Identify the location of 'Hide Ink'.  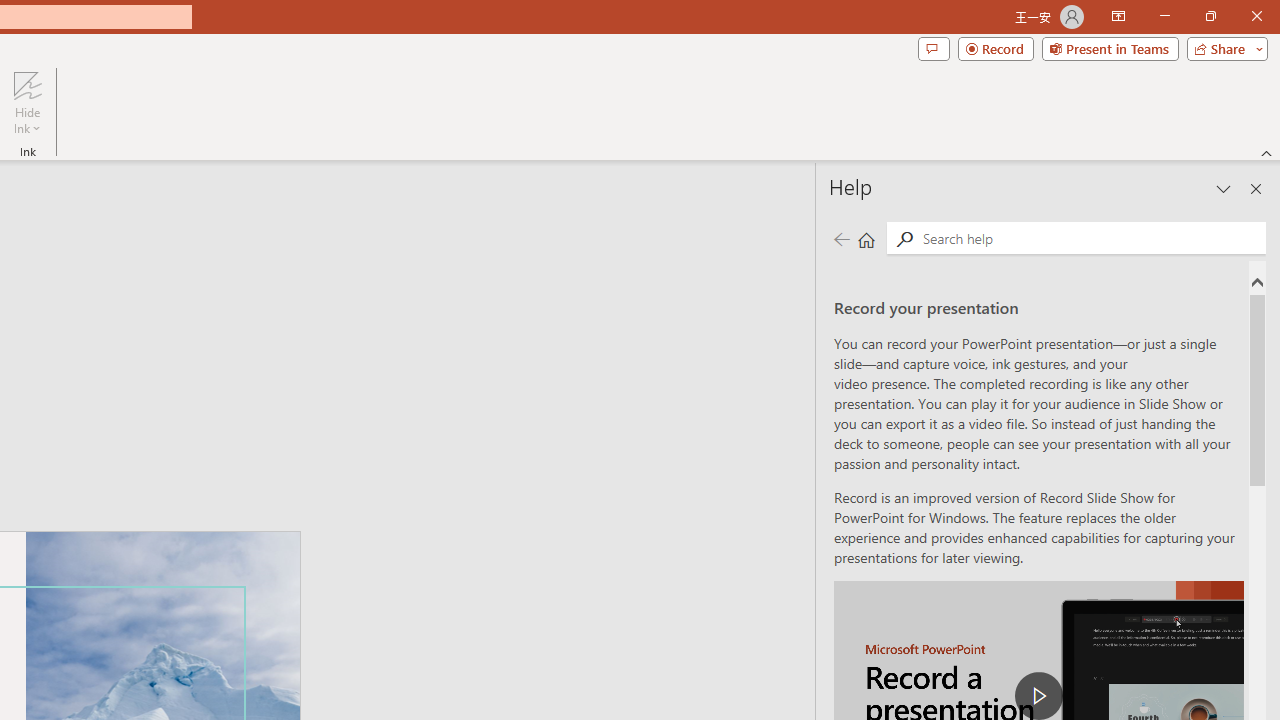
(27, 84).